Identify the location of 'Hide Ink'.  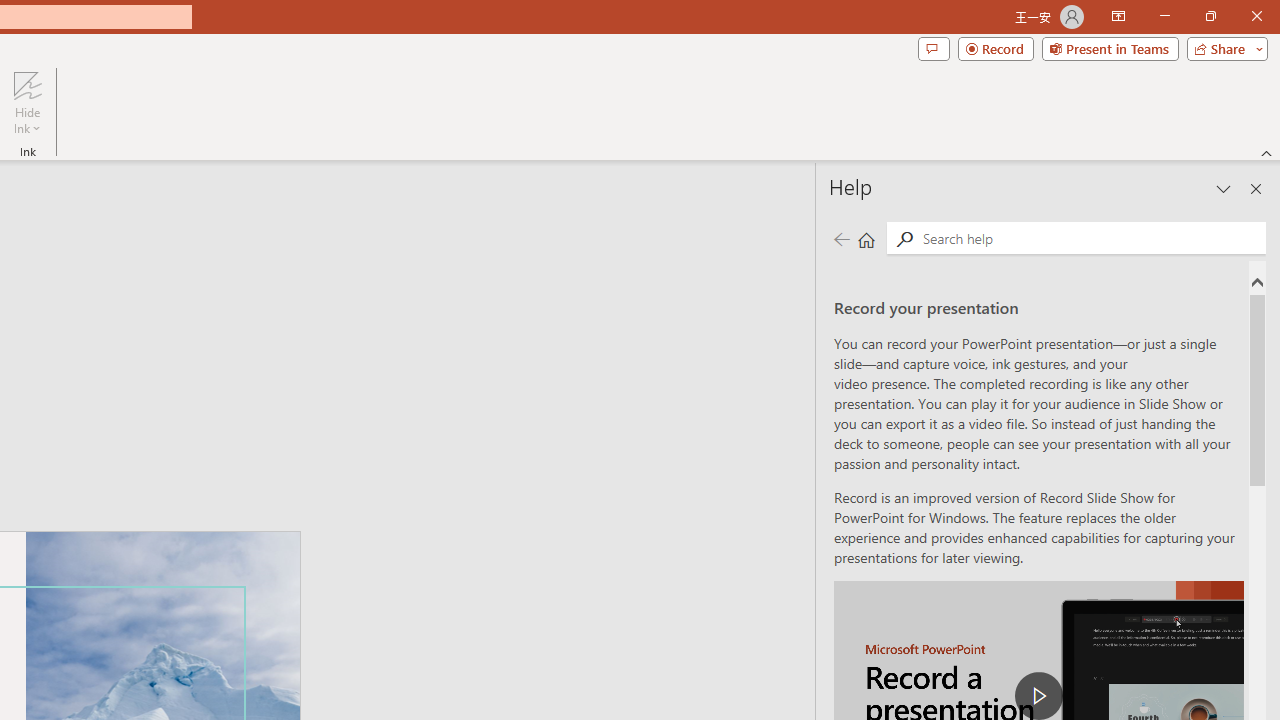
(27, 84).